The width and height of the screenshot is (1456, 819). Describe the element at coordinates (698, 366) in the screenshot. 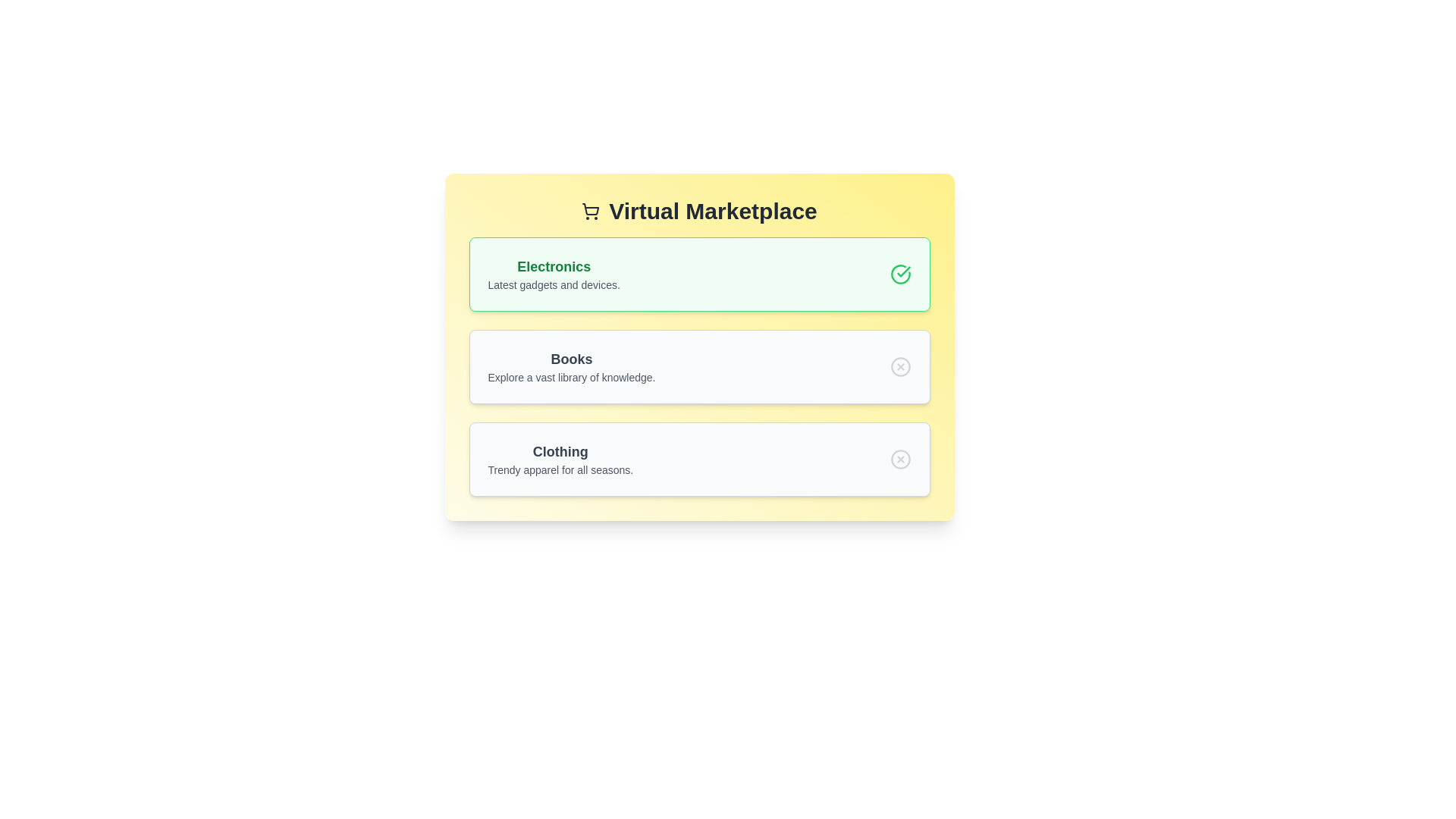

I see `the Books item to explore additional interactions` at that location.